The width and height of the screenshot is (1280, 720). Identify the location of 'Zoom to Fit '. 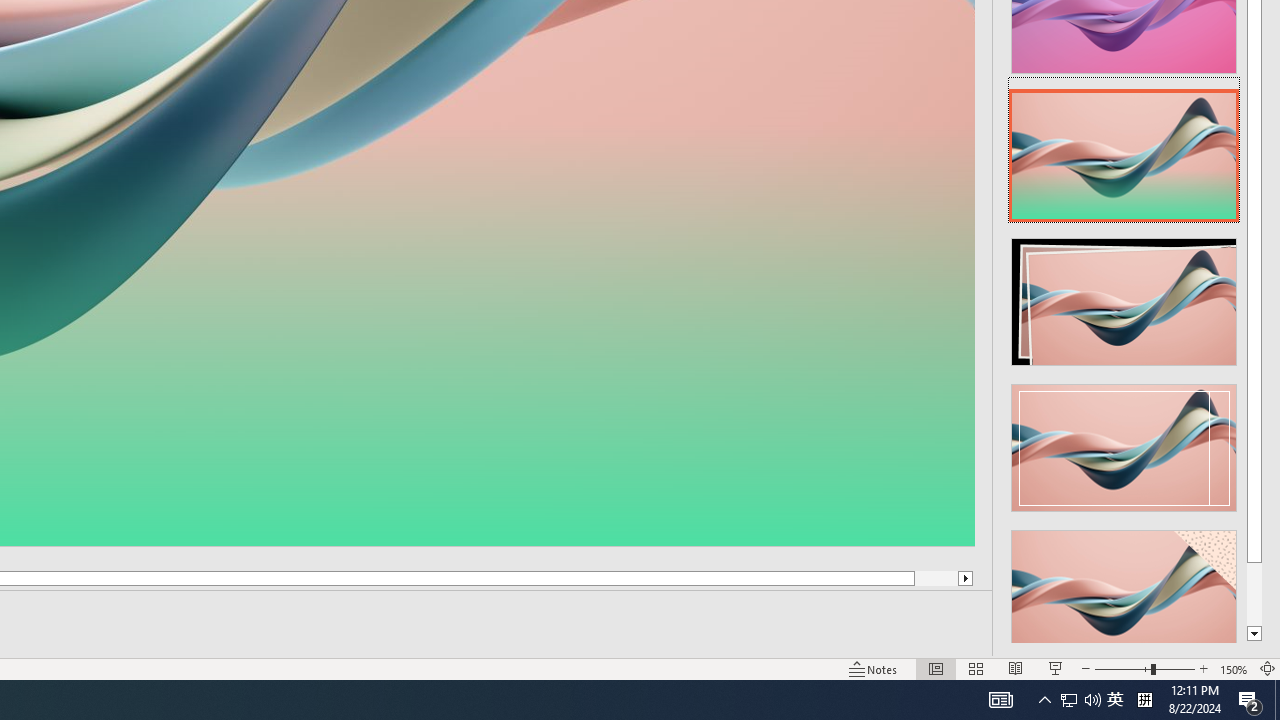
(1266, 669).